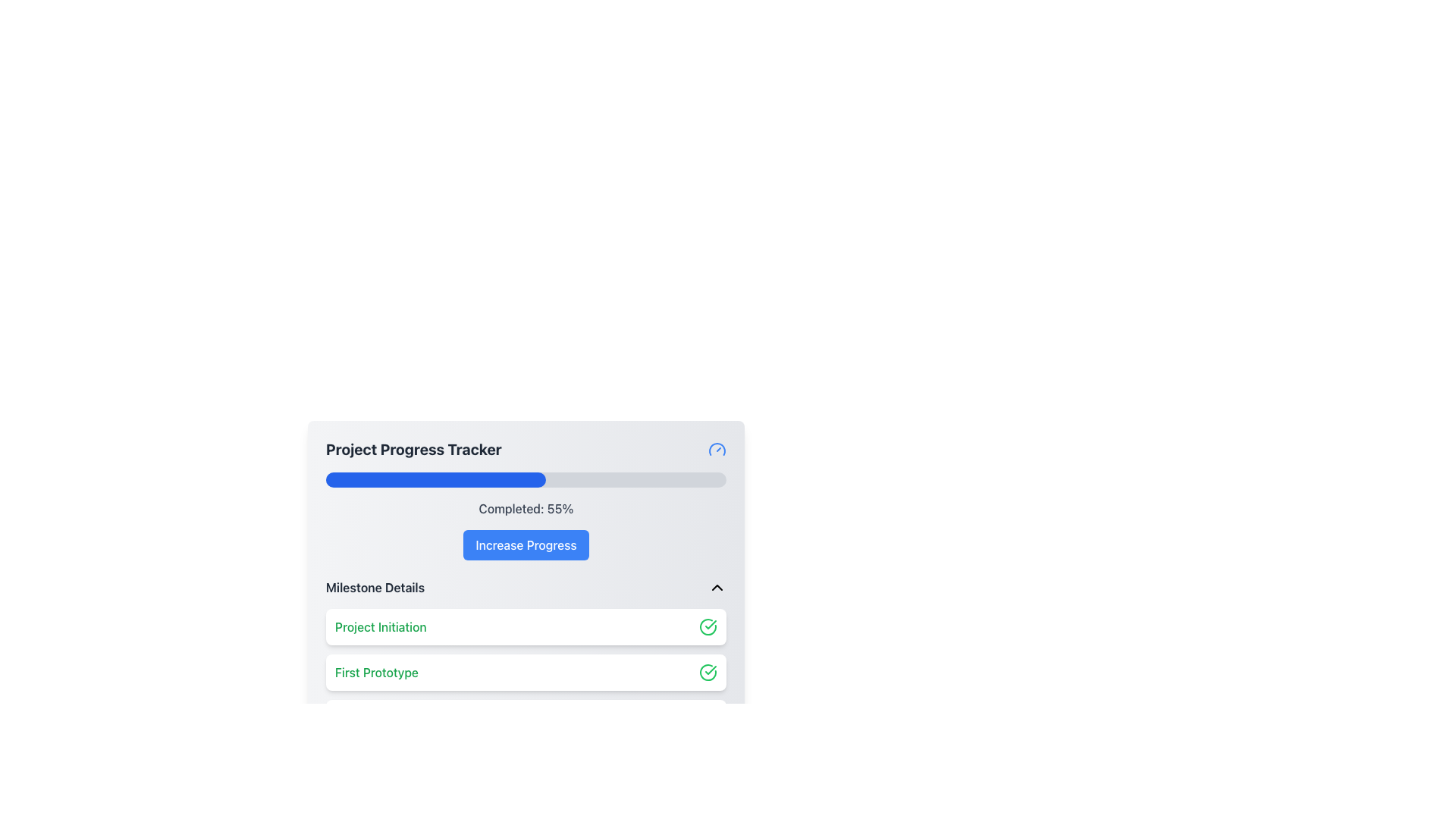 The image size is (1456, 819). Describe the element at coordinates (710, 669) in the screenshot. I see `the checkmark icon indicating the completion status of the 'Project Initiation' milestone, which is located at the bottom-right corner of the first item in the 'Milestone Details' section` at that location.